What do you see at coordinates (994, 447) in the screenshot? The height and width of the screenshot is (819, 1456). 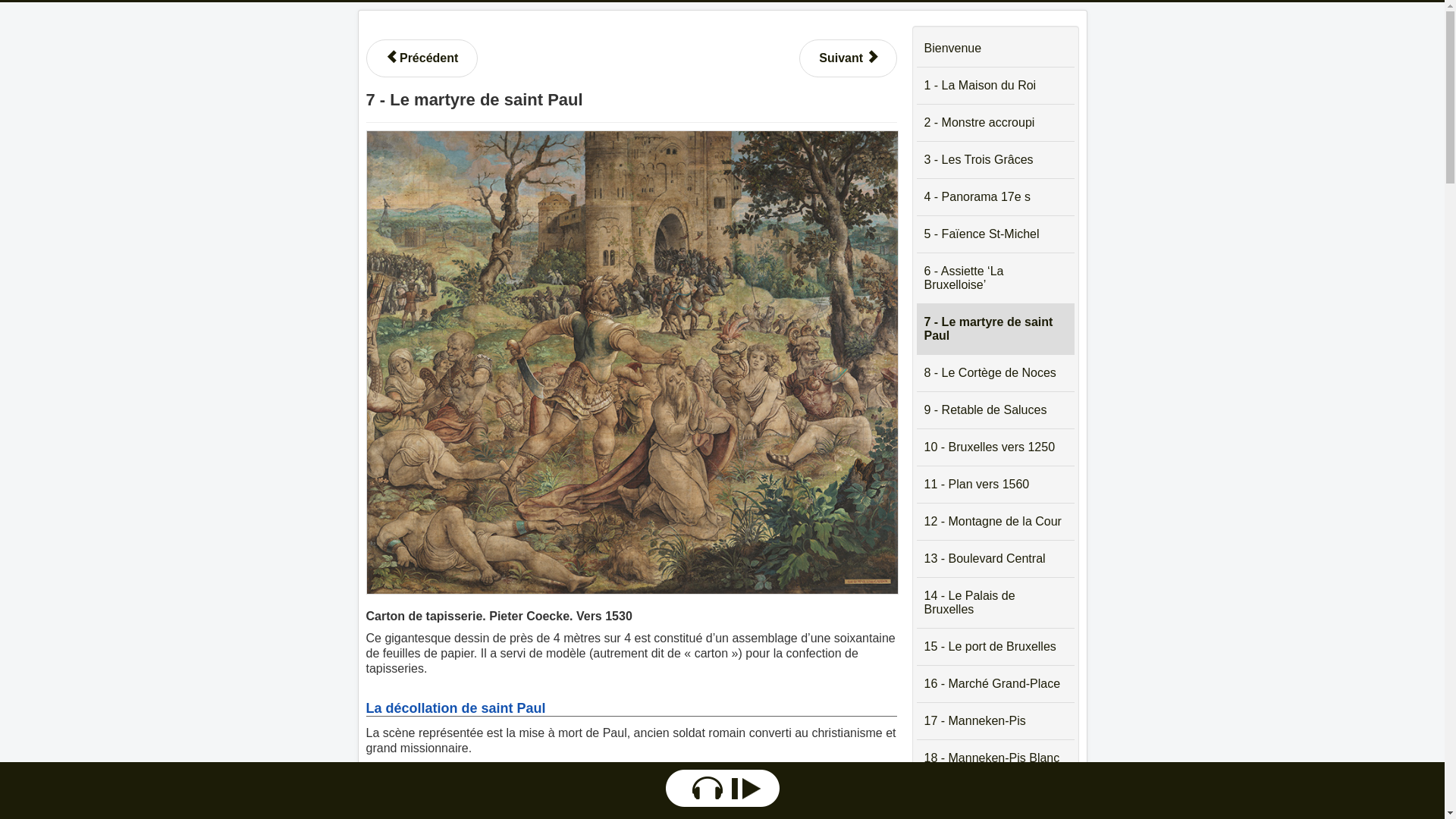 I see `'10 - Bruxelles vers 1250'` at bounding box center [994, 447].